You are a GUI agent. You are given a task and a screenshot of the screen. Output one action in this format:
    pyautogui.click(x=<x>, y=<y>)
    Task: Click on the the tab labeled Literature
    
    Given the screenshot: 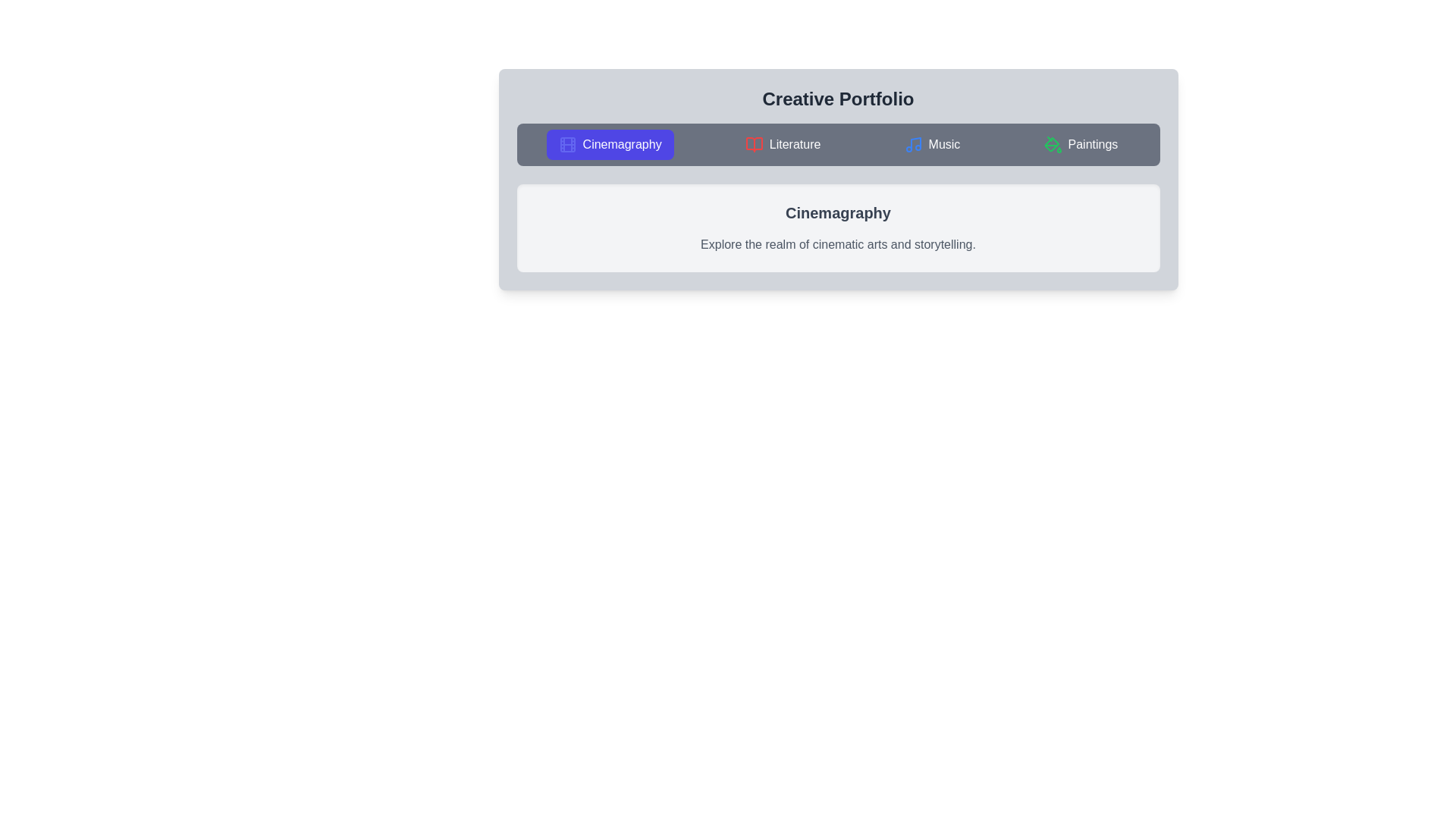 What is the action you would take?
    pyautogui.click(x=783, y=145)
    